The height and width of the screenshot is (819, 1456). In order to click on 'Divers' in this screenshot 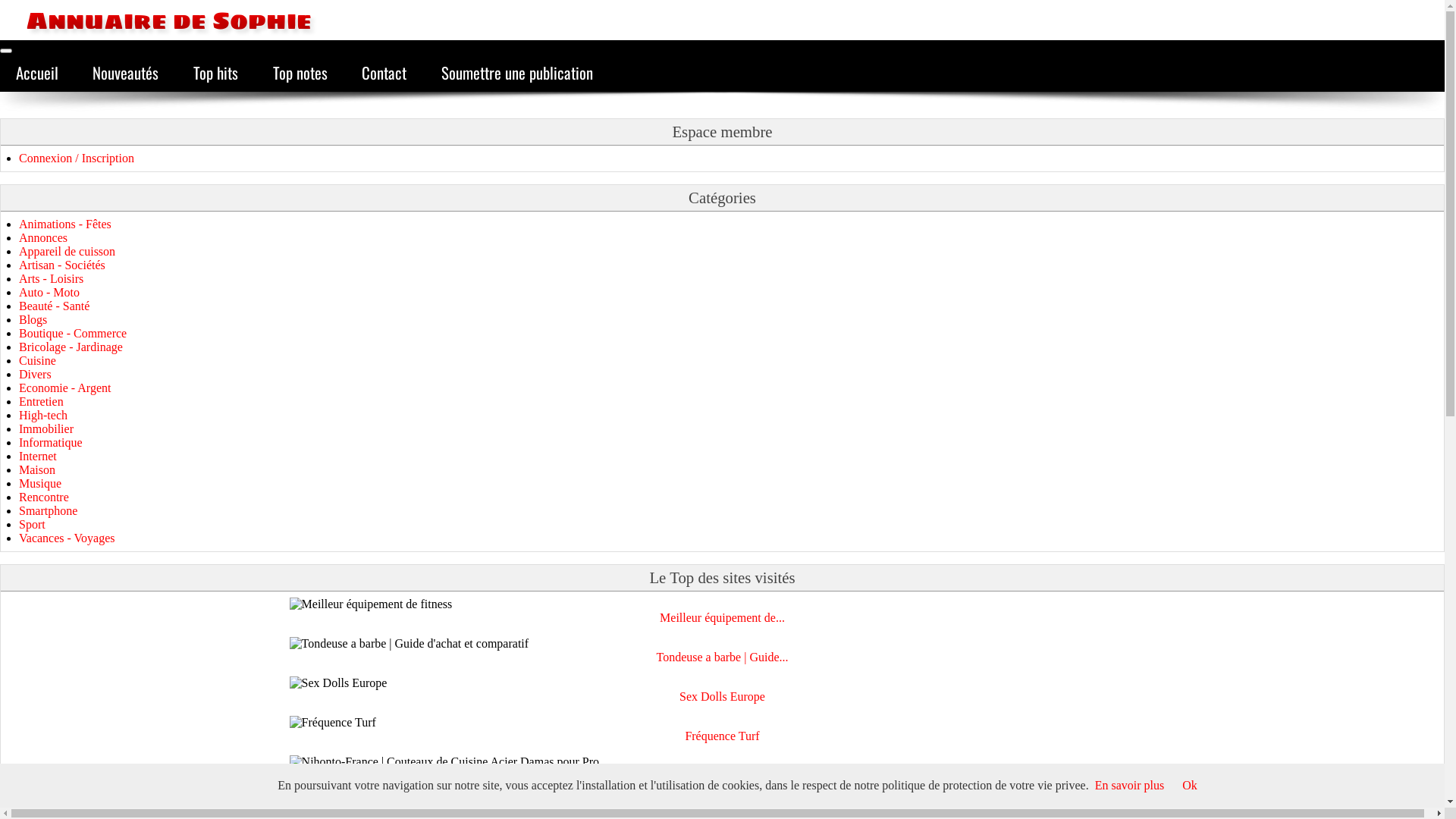, I will do `click(18, 374)`.